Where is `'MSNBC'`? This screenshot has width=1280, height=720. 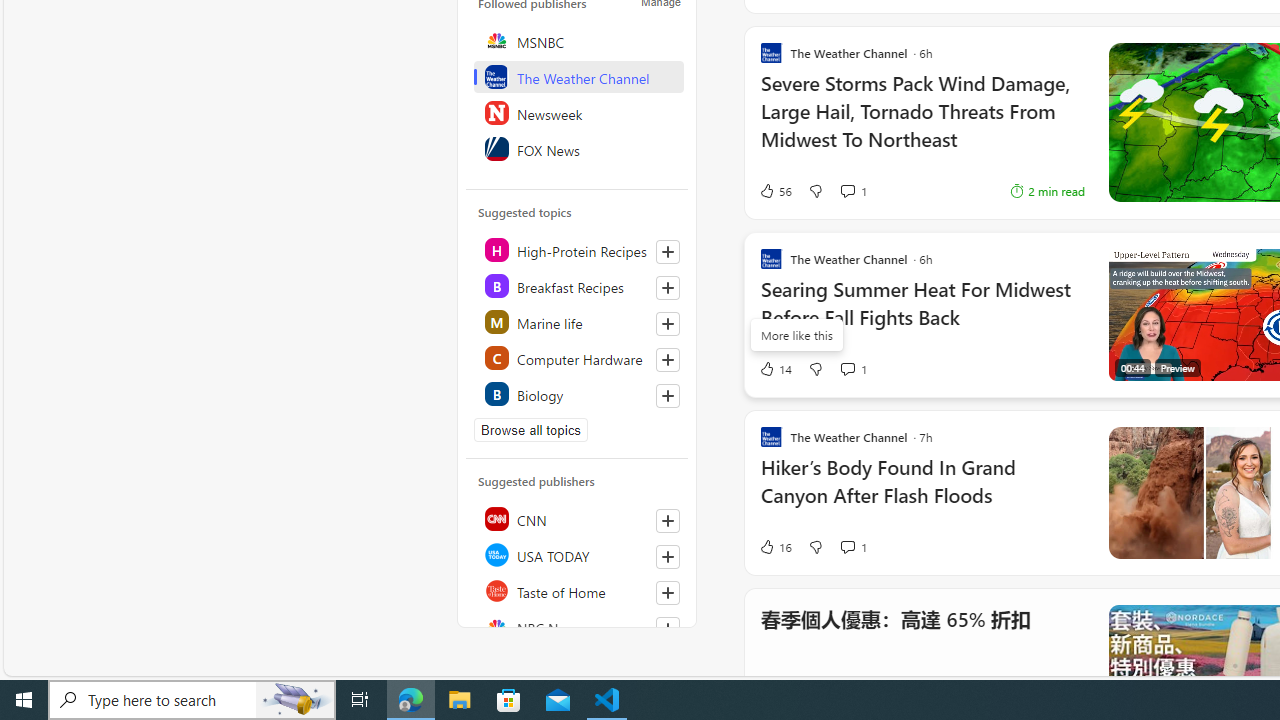 'MSNBC' is located at coordinates (577, 41).